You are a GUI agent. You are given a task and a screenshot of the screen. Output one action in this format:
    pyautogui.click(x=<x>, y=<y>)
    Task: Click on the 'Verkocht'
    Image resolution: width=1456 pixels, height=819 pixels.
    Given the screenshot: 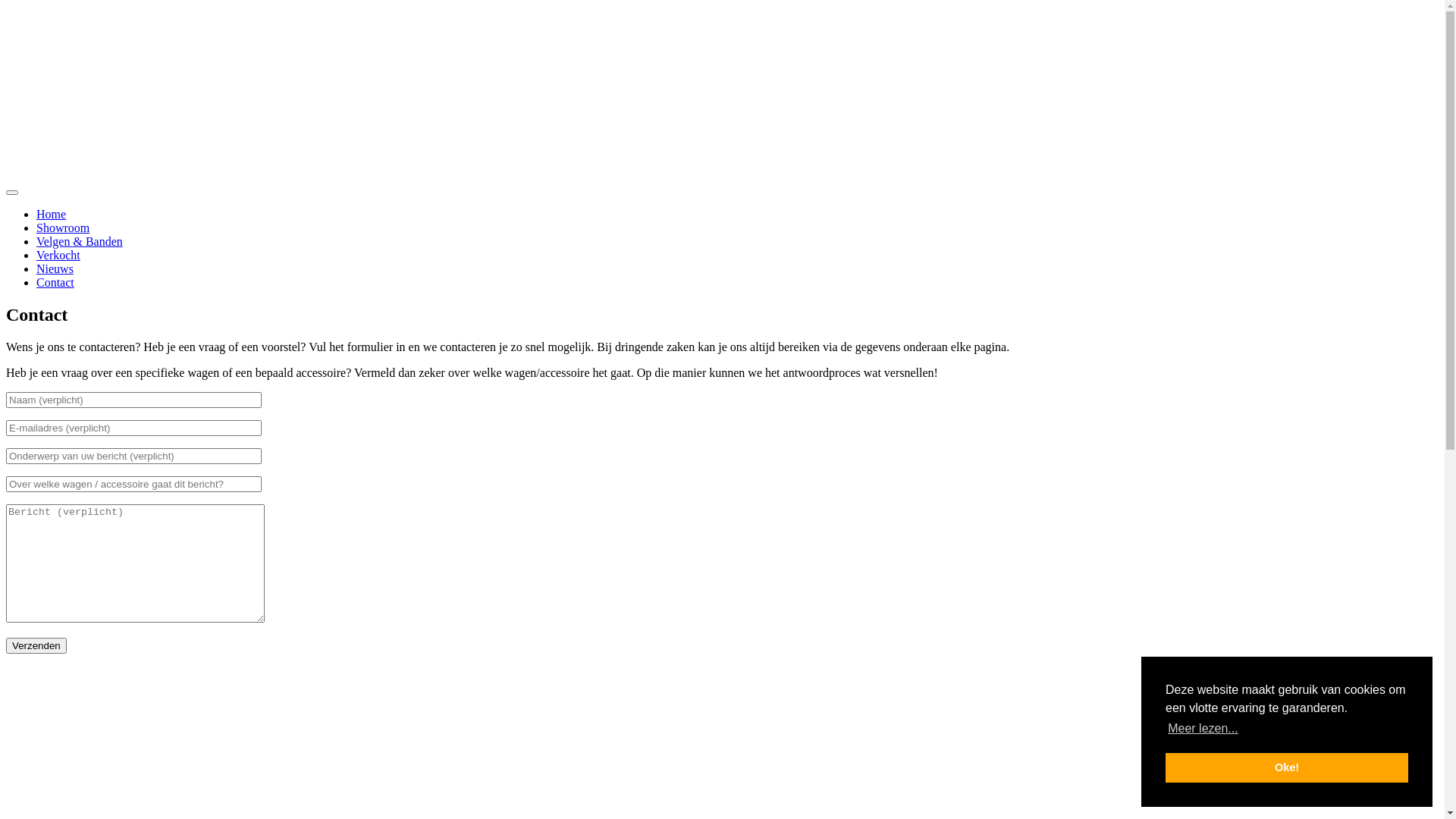 What is the action you would take?
    pyautogui.click(x=58, y=254)
    